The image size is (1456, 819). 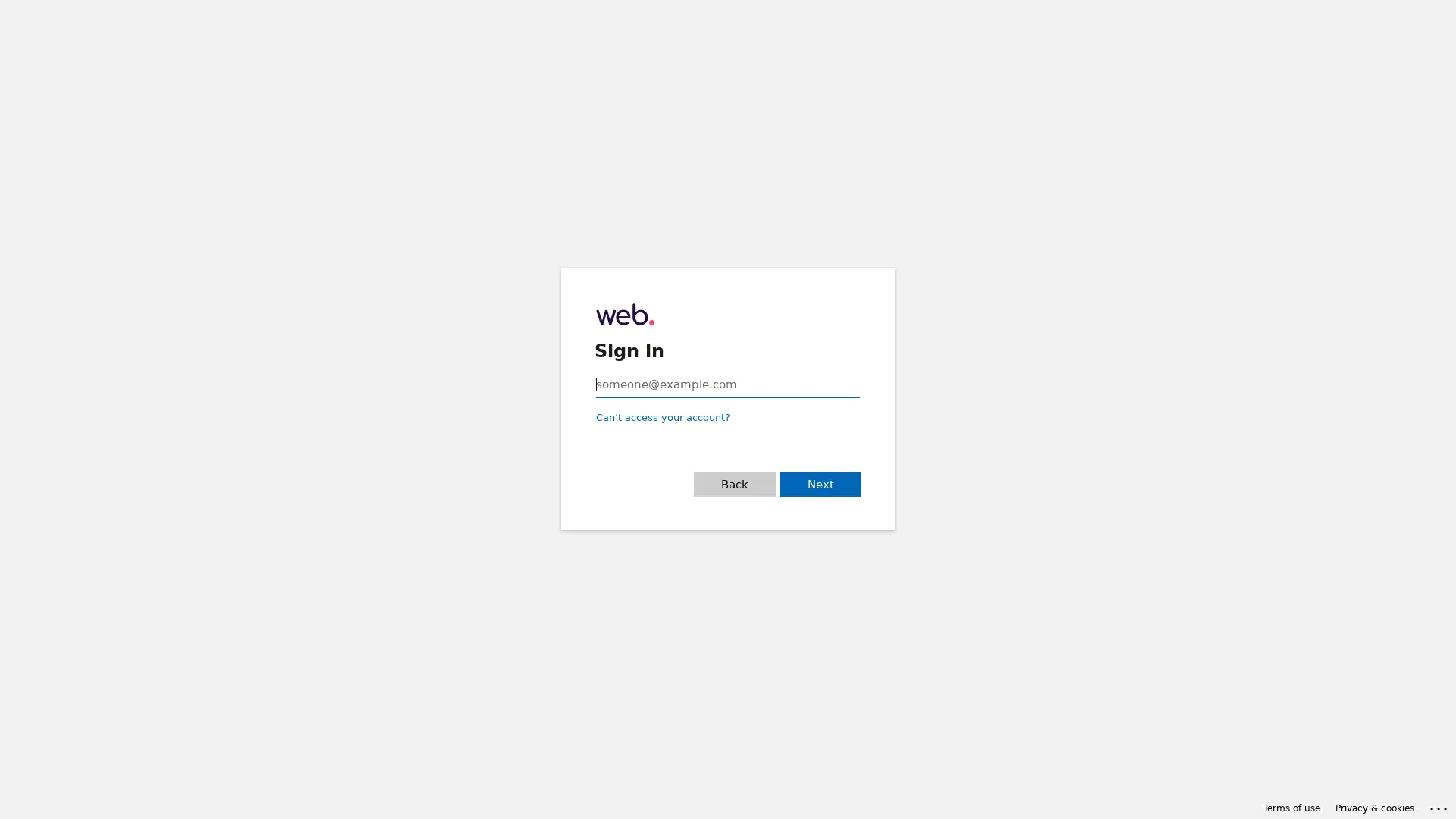 What do you see at coordinates (735, 458) in the screenshot?
I see `Back` at bounding box center [735, 458].